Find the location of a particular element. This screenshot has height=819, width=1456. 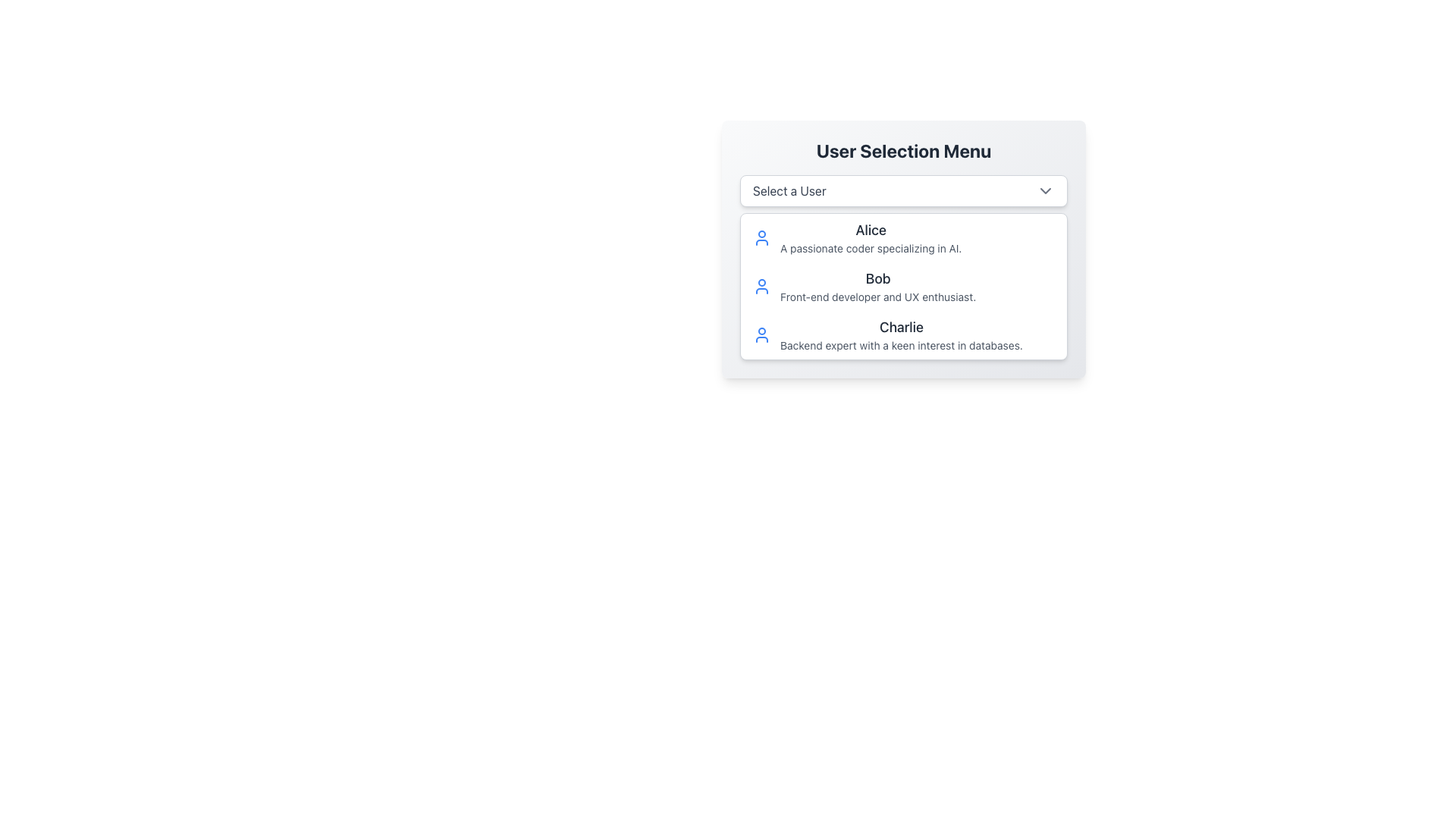

the dropdown menu icon located on the far-right side of the 'Select a User' dropdown selection box with rounded corners and a gray border is located at coordinates (1044, 190).